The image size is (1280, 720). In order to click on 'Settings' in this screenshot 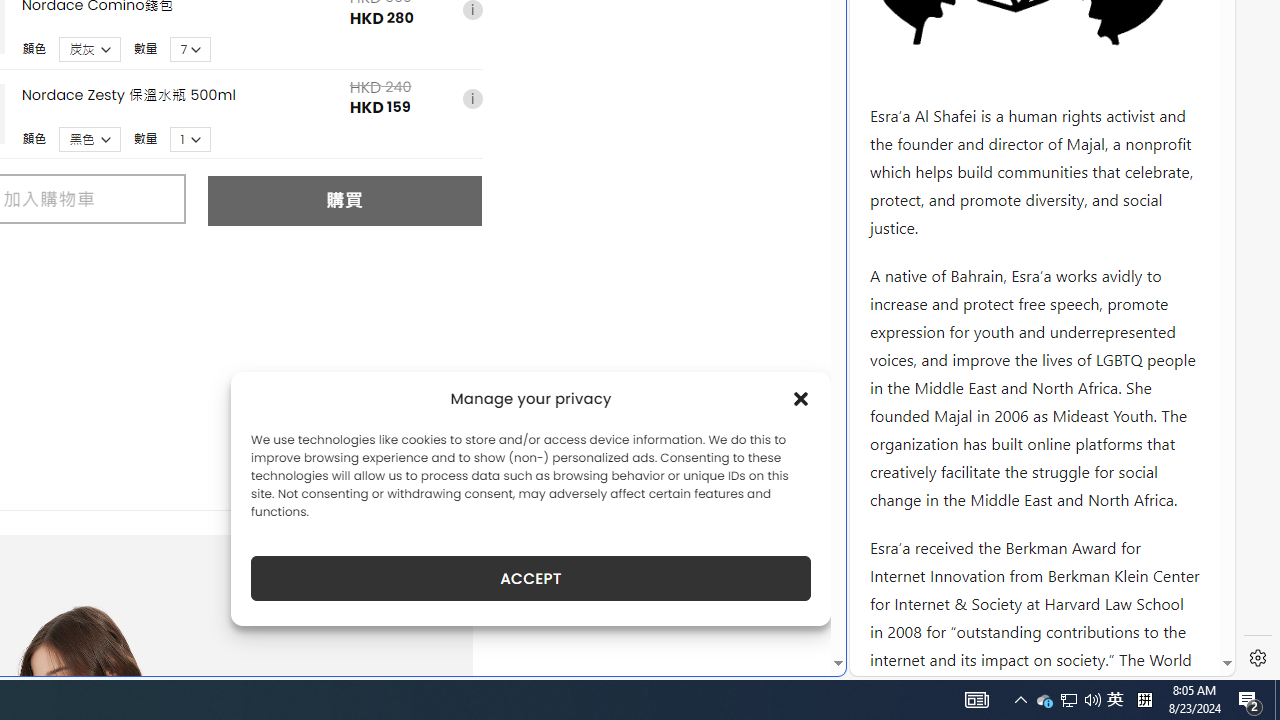, I will do `click(1257, 658)`.